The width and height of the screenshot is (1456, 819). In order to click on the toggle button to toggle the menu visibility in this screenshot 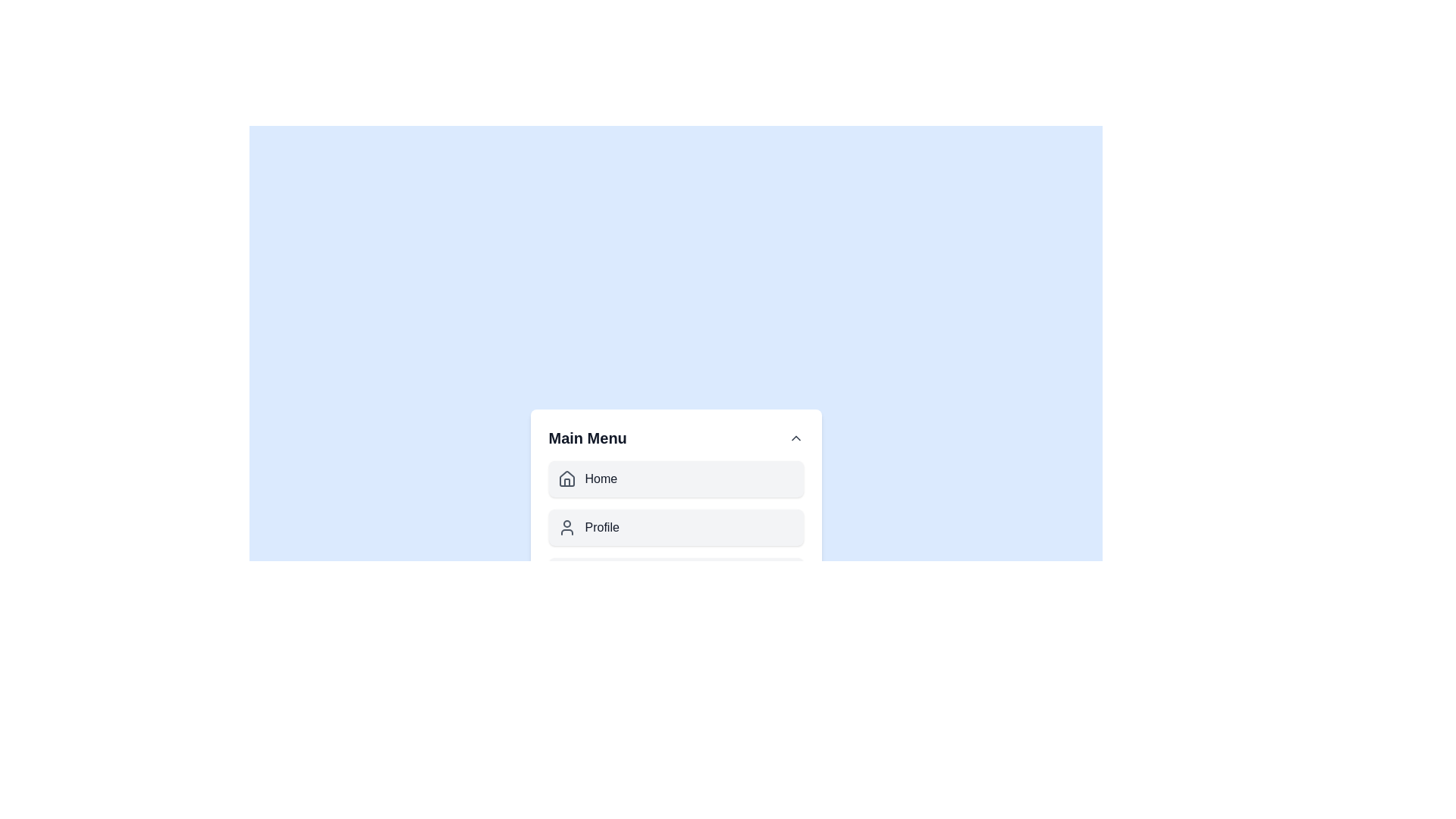, I will do `click(795, 438)`.